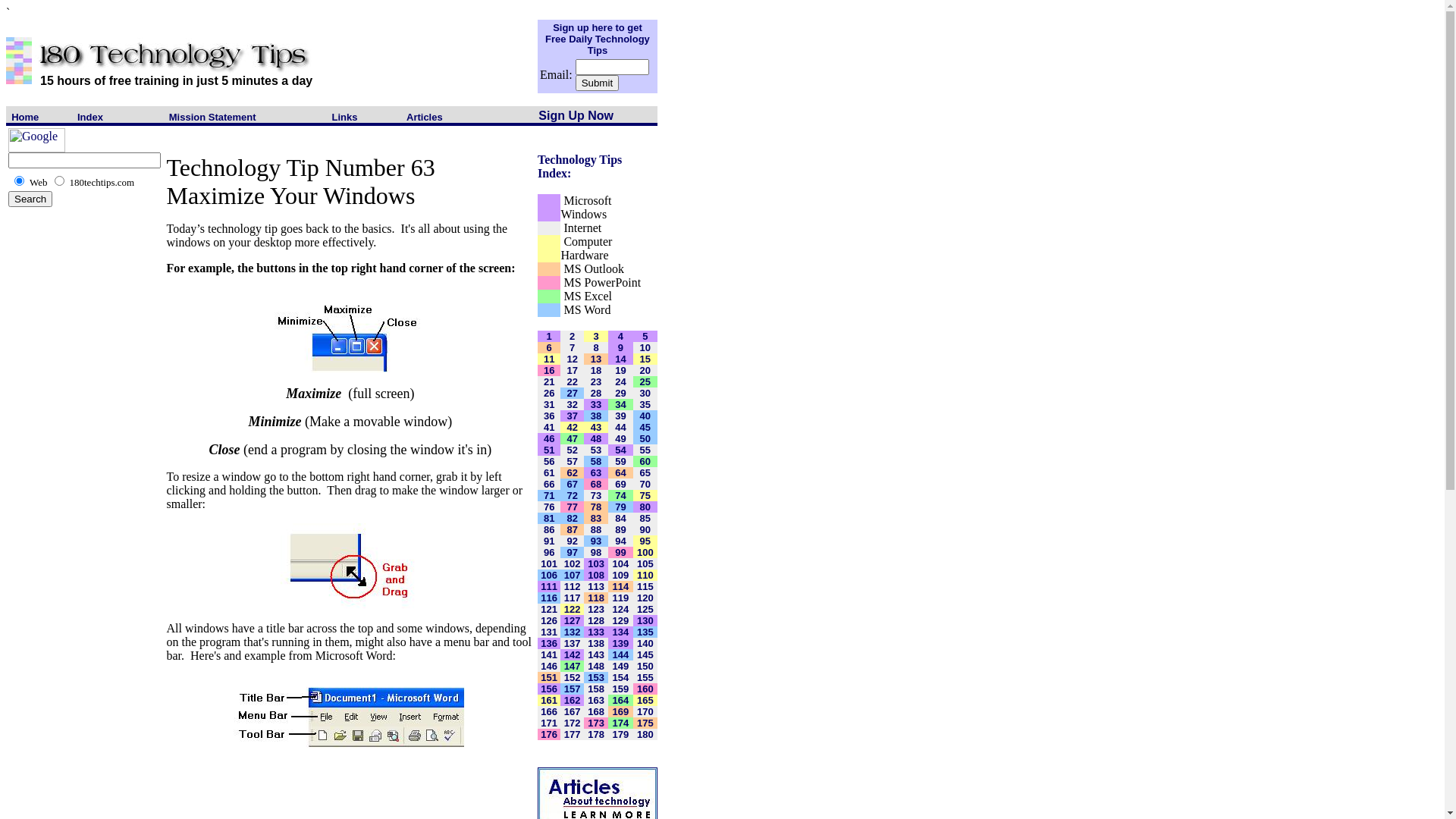  Describe the element at coordinates (645, 427) in the screenshot. I see `'45'` at that location.